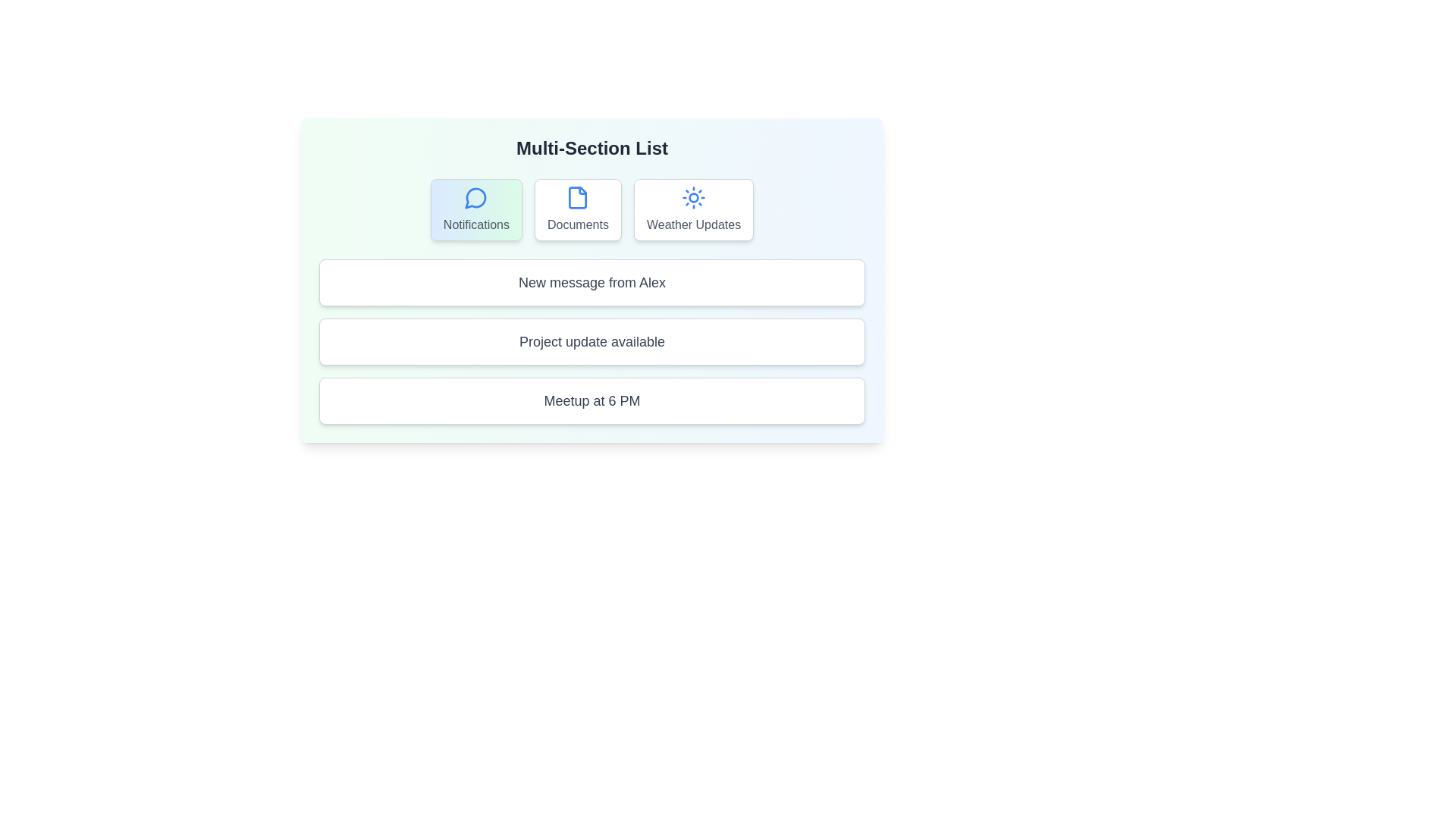 Image resolution: width=1456 pixels, height=819 pixels. Describe the element at coordinates (475, 210) in the screenshot. I see `the section or item labeled Notifications to observe its hover effect` at that location.